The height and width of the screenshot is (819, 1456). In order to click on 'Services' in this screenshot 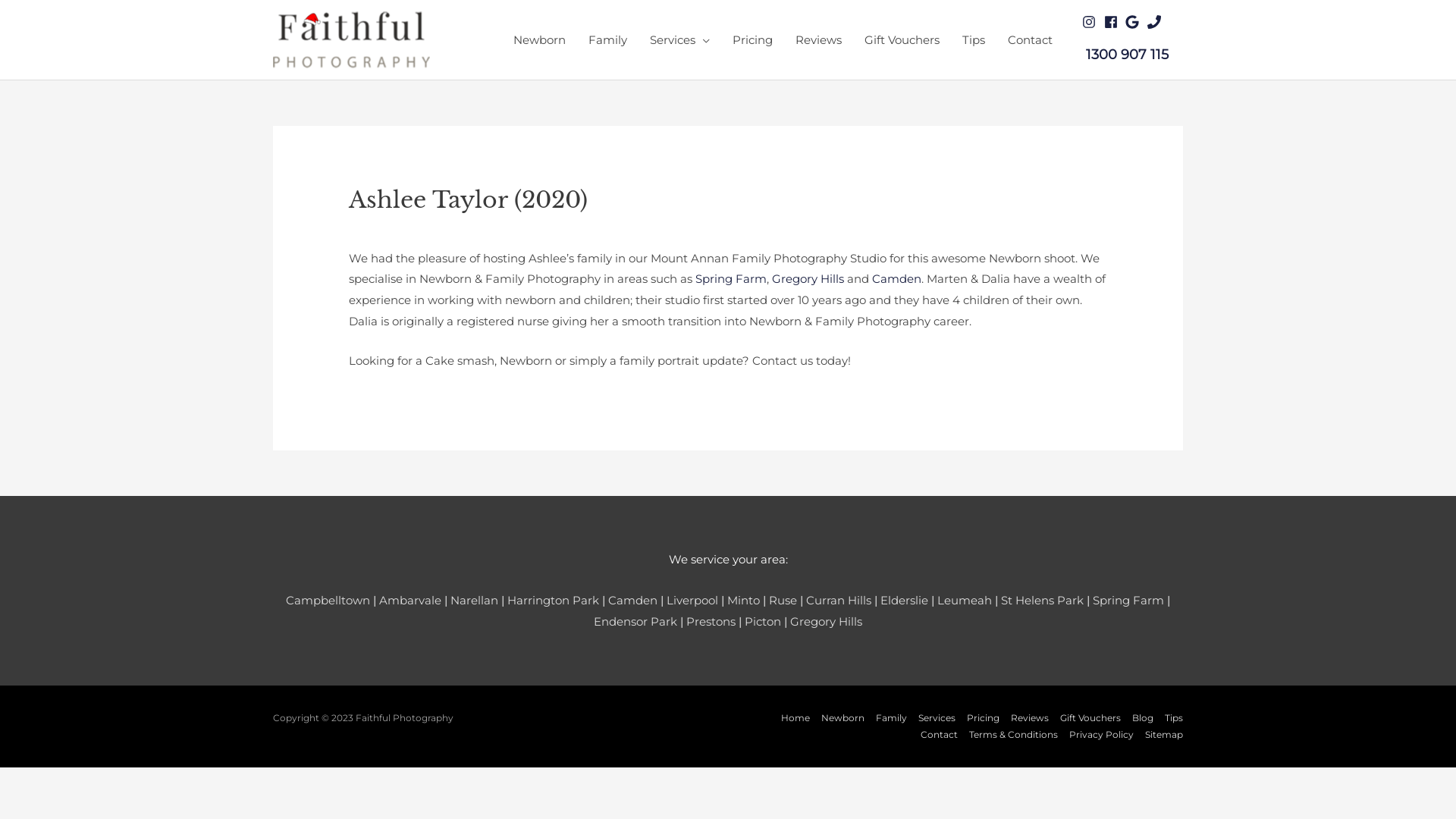, I will do `click(931, 717)`.